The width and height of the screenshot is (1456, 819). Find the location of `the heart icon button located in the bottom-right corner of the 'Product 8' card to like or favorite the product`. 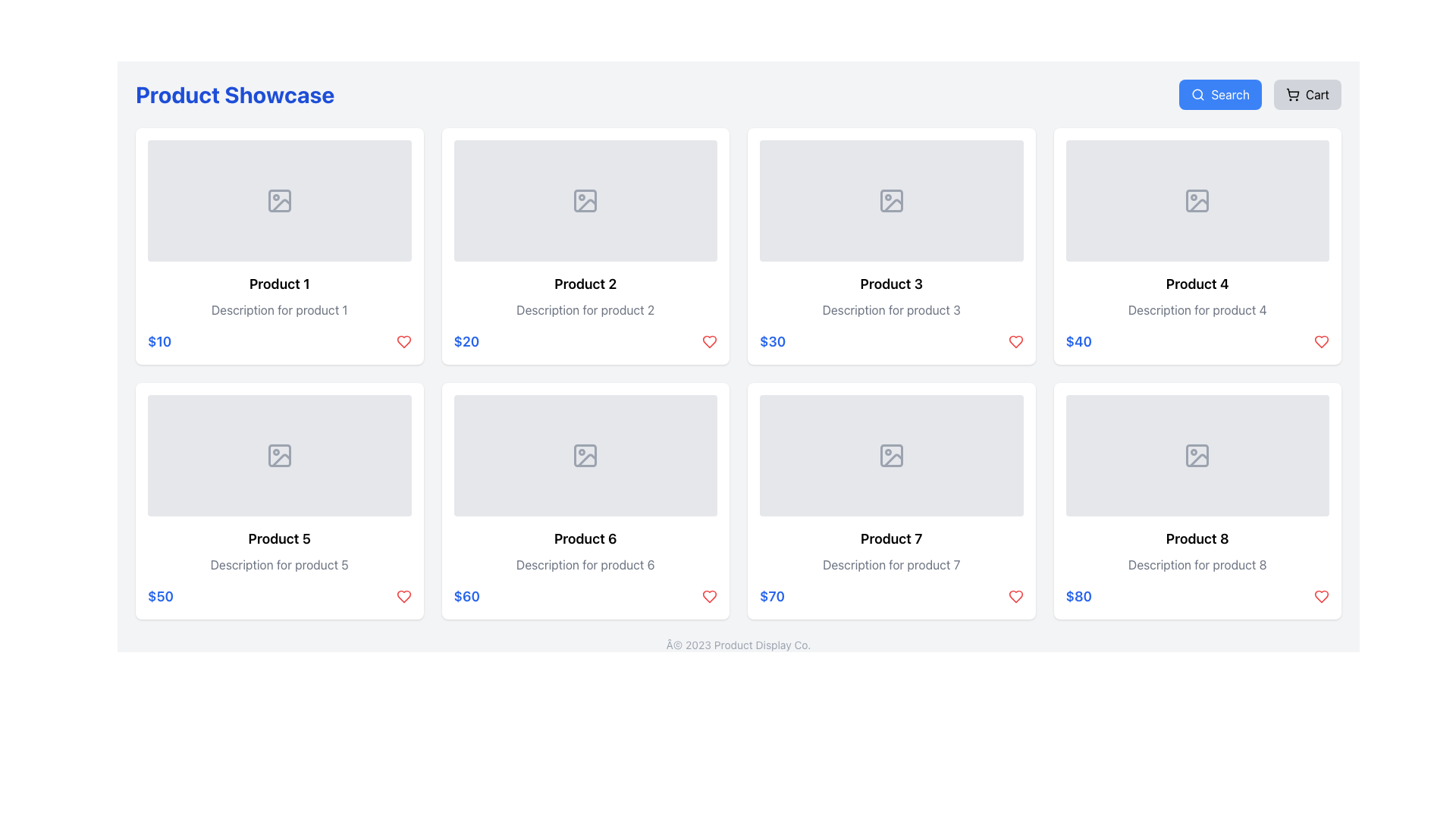

the heart icon button located in the bottom-right corner of the 'Product 8' card to like or favorite the product is located at coordinates (1320, 595).